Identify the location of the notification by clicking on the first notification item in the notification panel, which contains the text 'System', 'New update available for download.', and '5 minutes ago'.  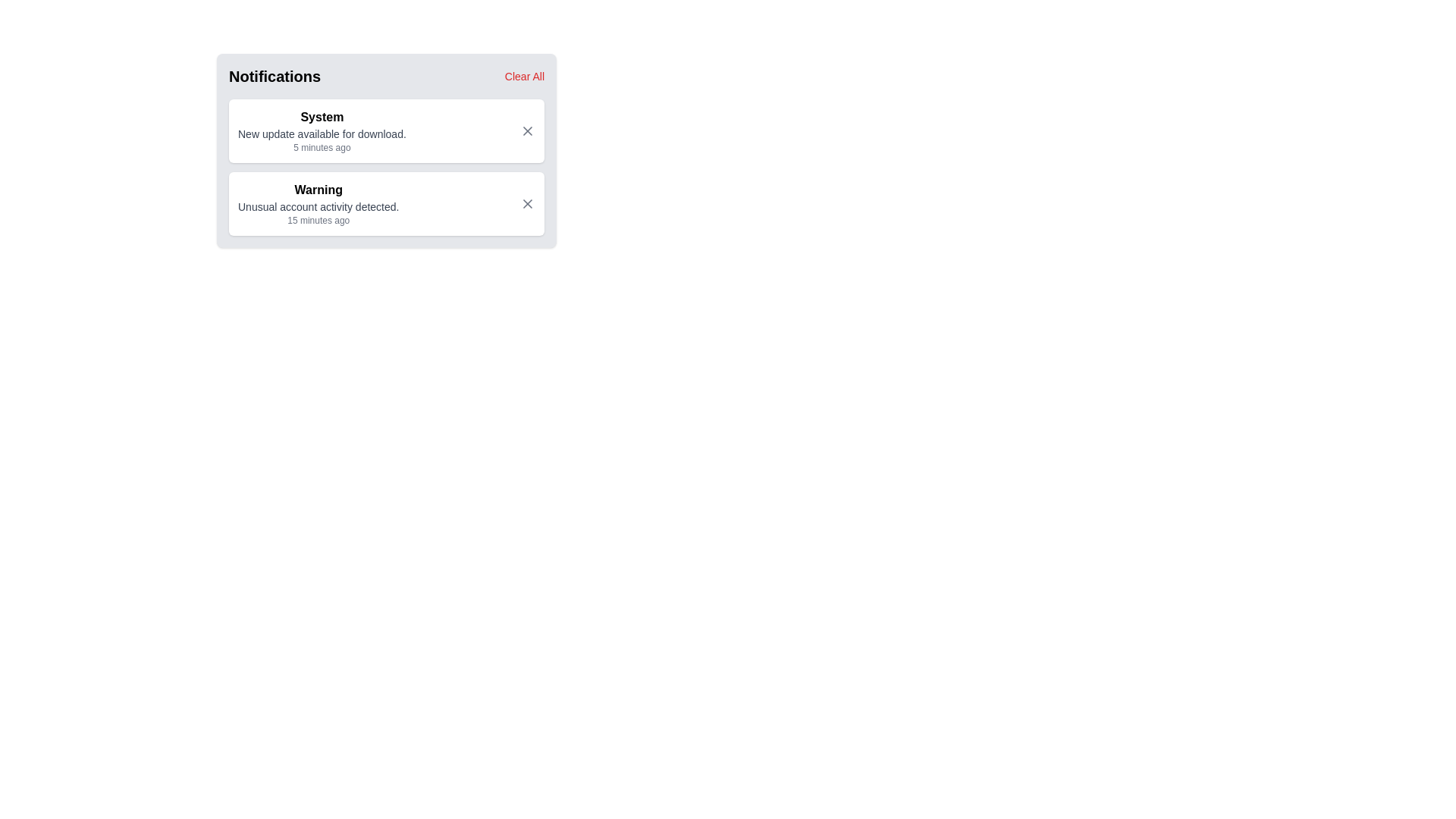
(321, 130).